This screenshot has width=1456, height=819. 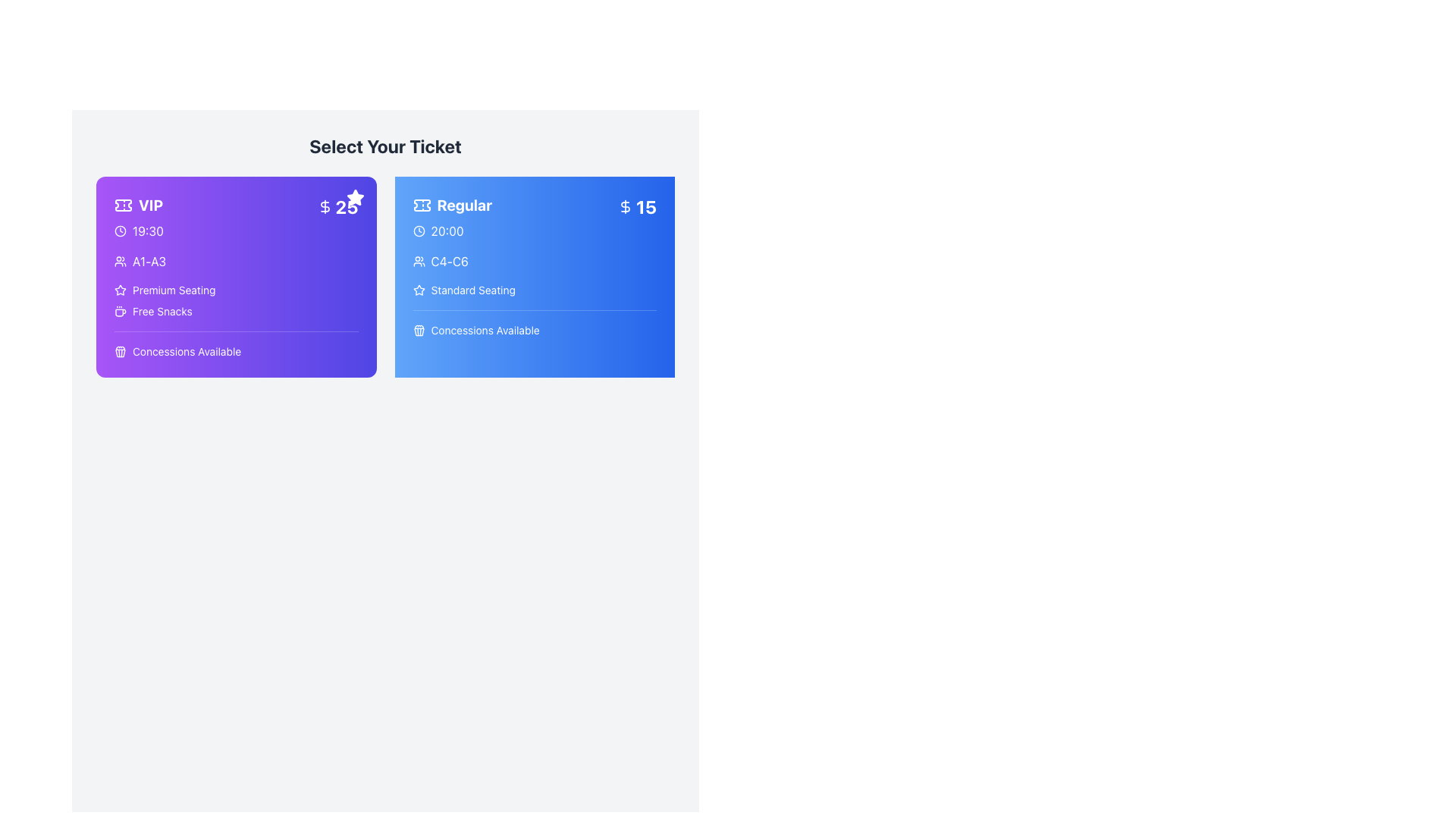 I want to click on the 'Concessions Available' label with the popcorn icon, so click(x=235, y=351).